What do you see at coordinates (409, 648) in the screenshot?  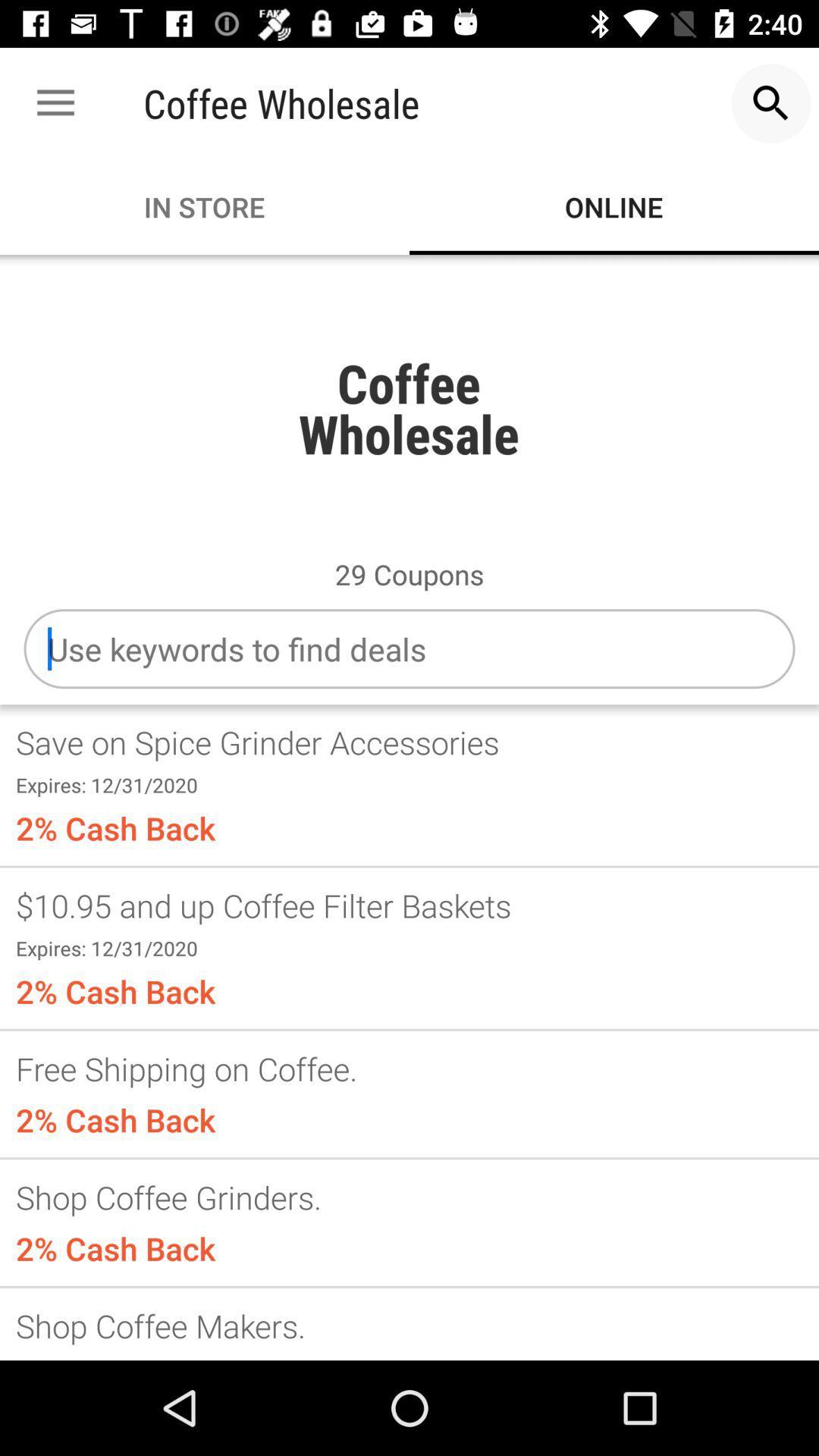 I see `the icon below the 29 coupons` at bounding box center [409, 648].